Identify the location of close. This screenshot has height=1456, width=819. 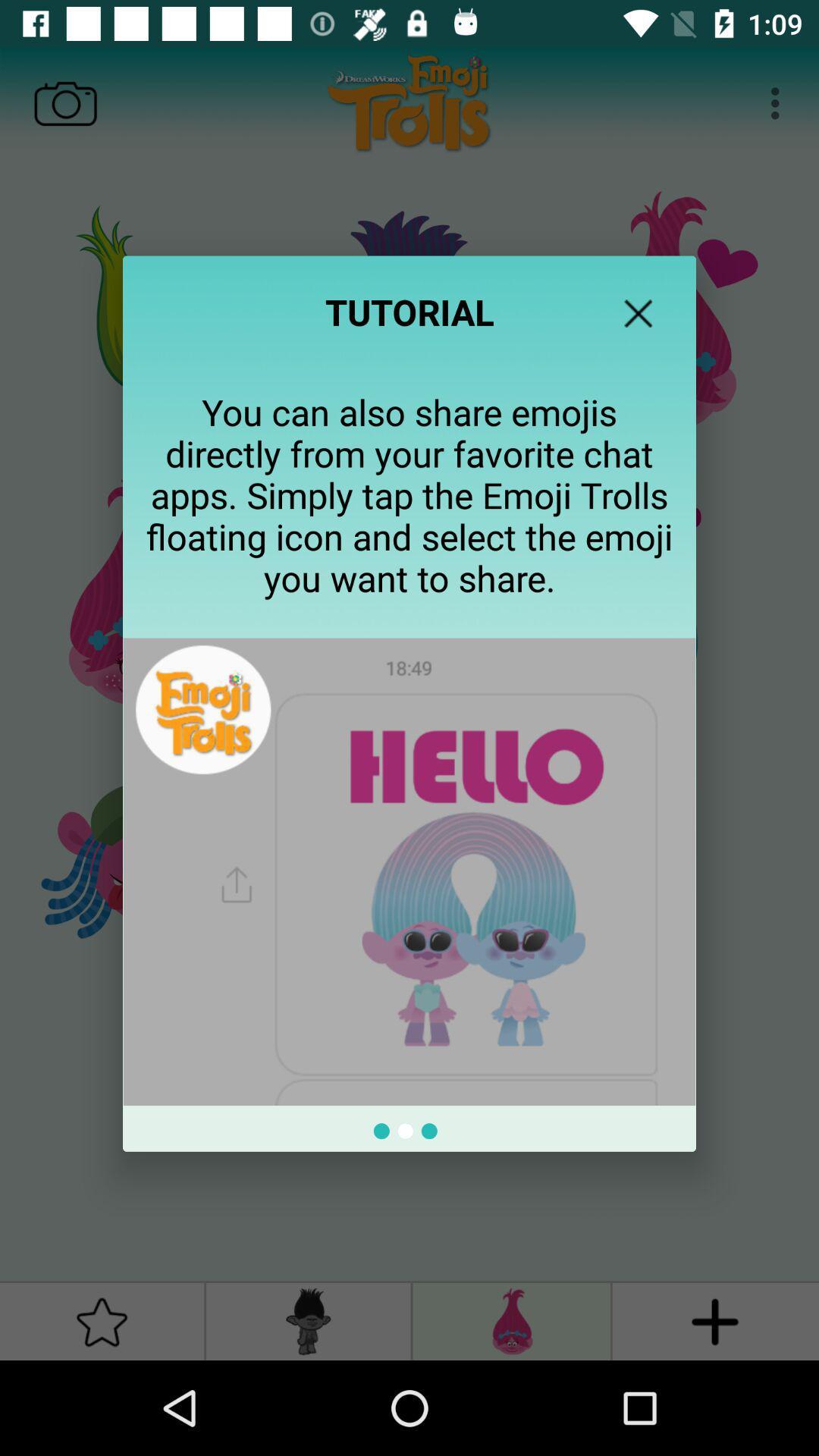
(638, 312).